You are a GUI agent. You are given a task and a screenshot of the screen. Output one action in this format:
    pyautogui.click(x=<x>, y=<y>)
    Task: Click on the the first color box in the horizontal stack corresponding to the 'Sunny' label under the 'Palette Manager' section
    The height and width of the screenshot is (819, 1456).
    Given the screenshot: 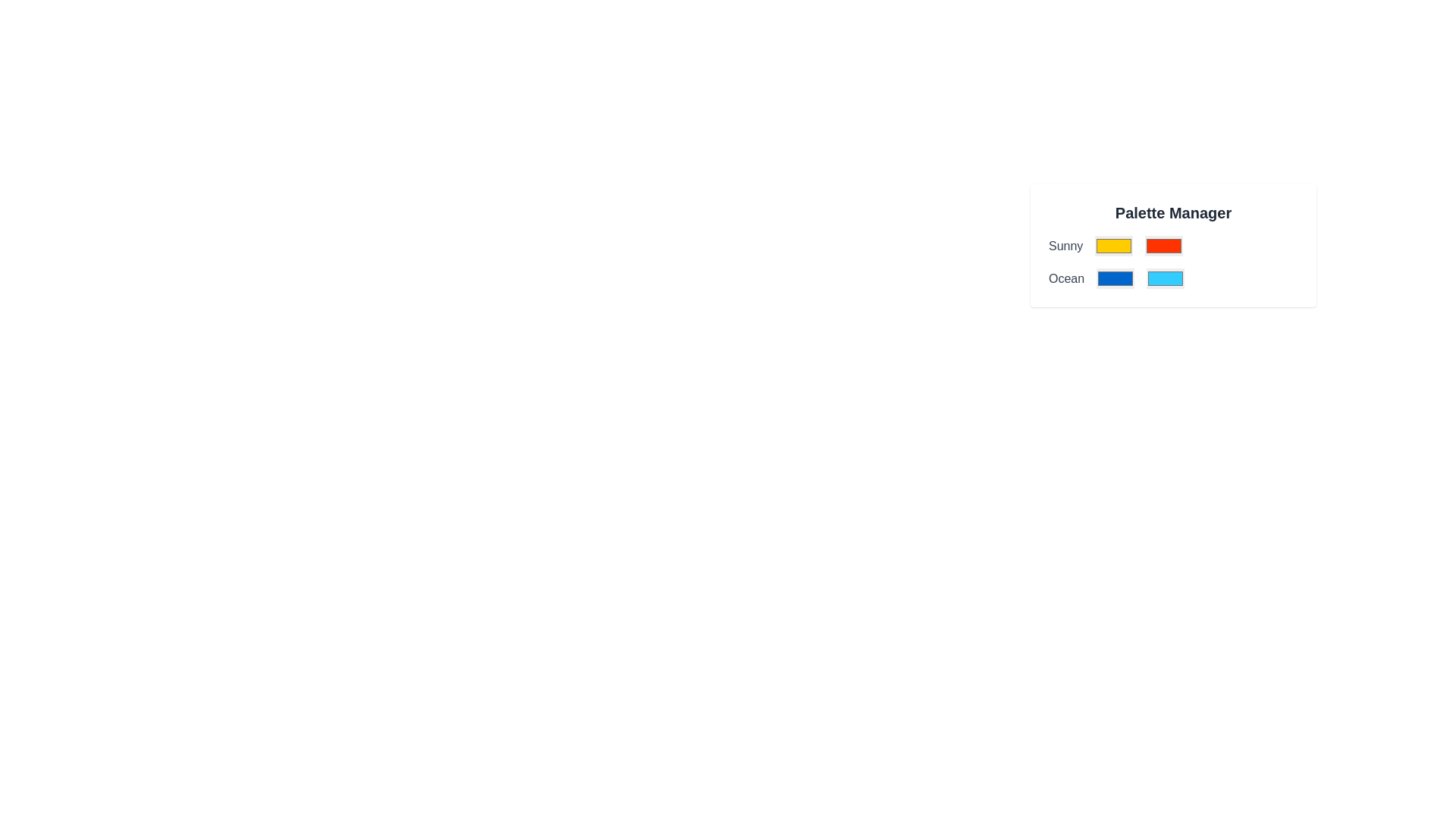 What is the action you would take?
    pyautogui.click(x=1114, y=245)
    